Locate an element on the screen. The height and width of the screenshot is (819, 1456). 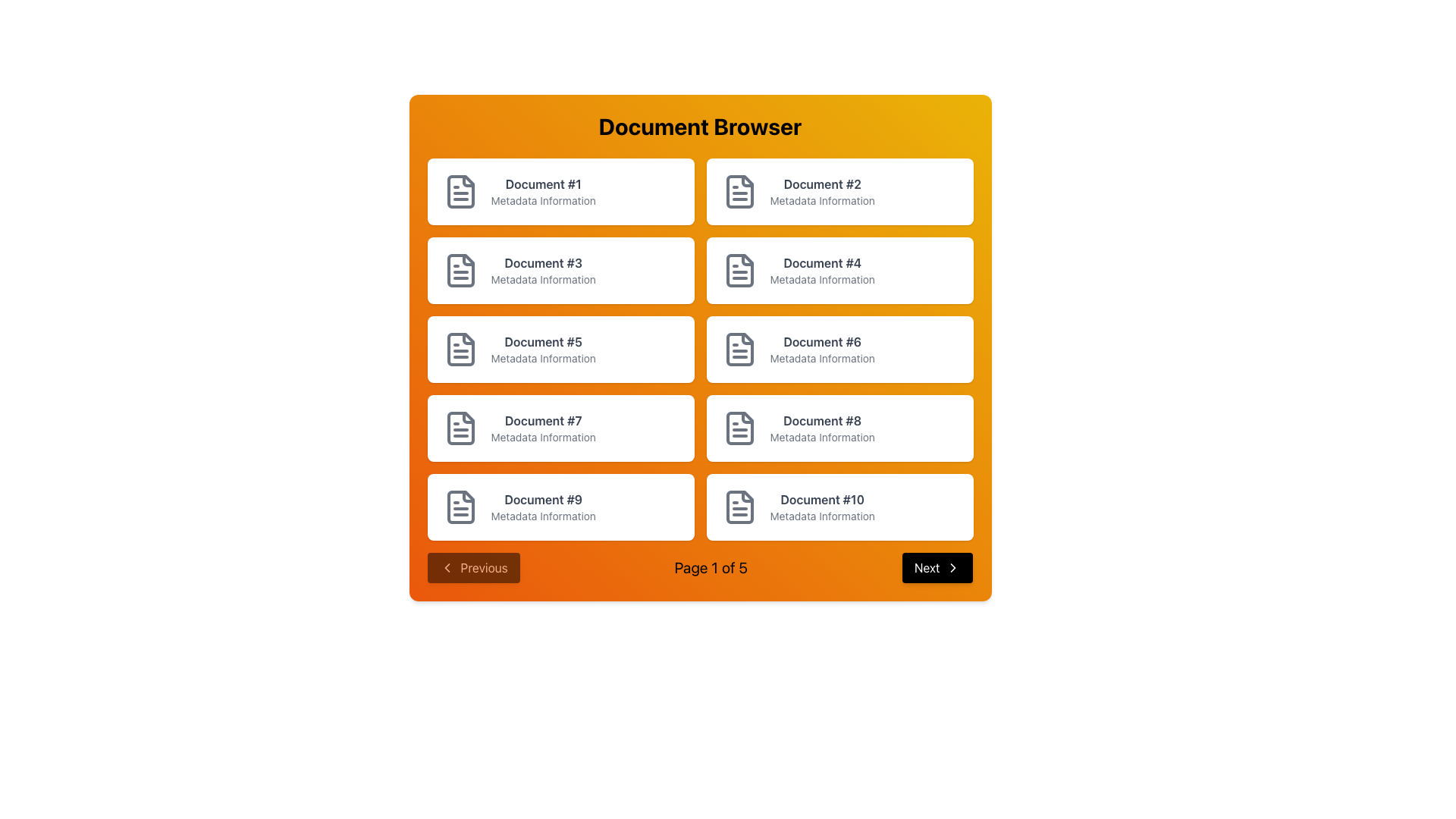
the title label of the second document entry in the second column of the Document Browser, which is located above the 'Metadata Information' label and to the right of the document icon is located at coordinates (821, 184).